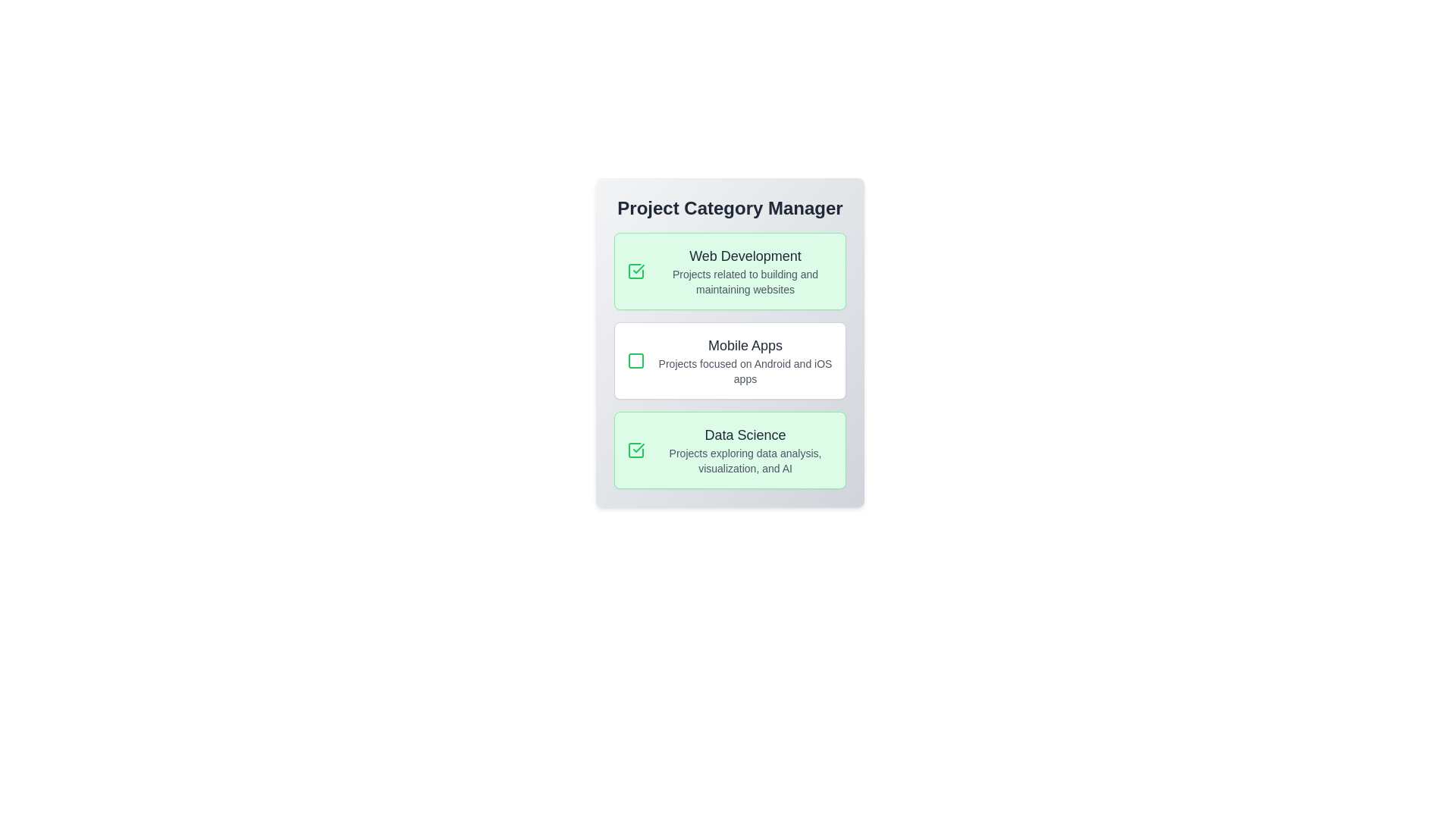 The image size is (1456, 819). What do you see at coordinates (730, 450) in the screenshot?
I see `the 'Data Science' category card located at the bottom of the vertical list` at bounding box center [730, 450].